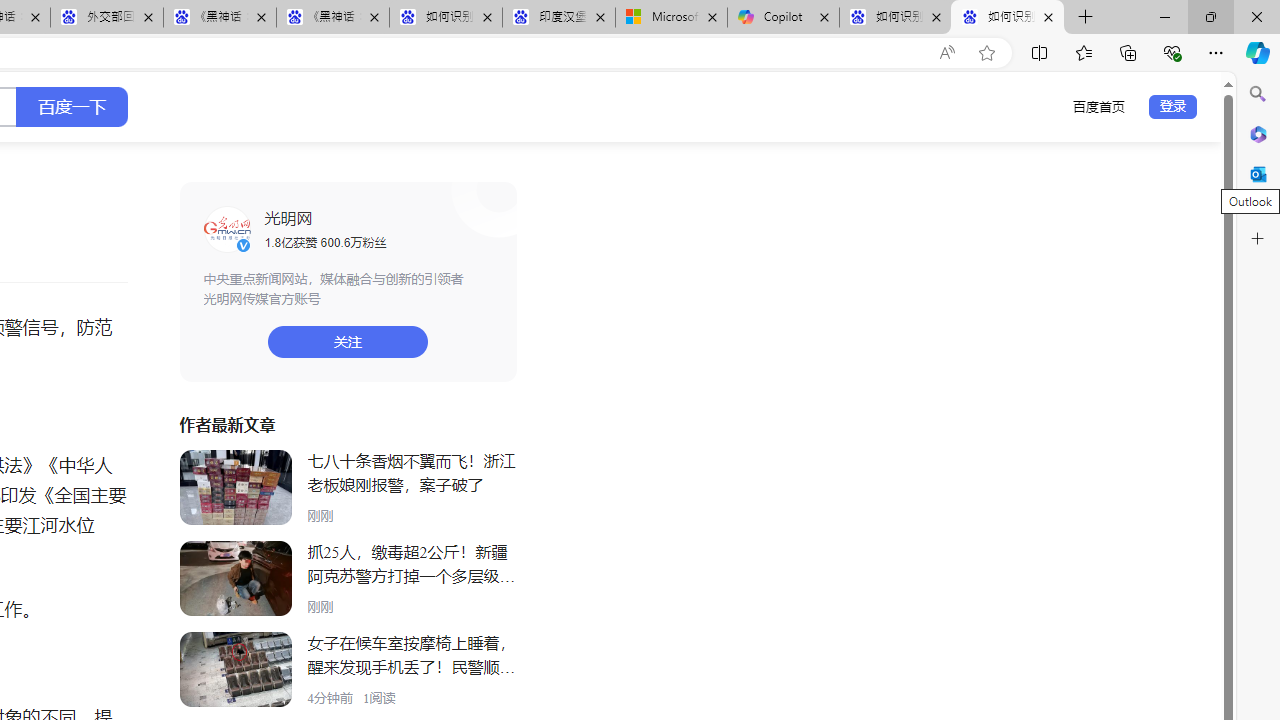 The image size is (1280, 720). What do you see at coordinates (1257, 173) in the screenshot?
I see `'Outlook'` at bounding box center [1257, 173].